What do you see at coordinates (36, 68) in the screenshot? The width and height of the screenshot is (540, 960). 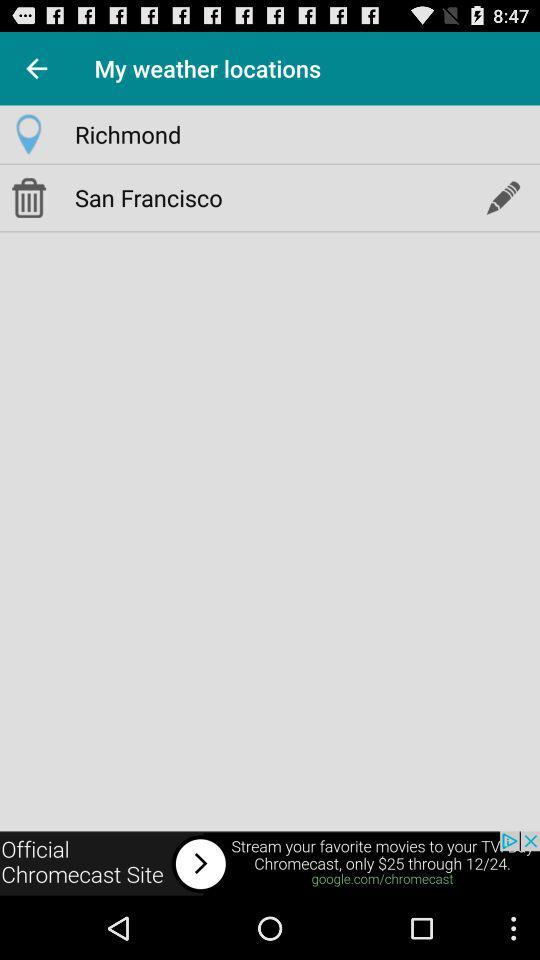 I see `go back` at bounding box center [36, 68].